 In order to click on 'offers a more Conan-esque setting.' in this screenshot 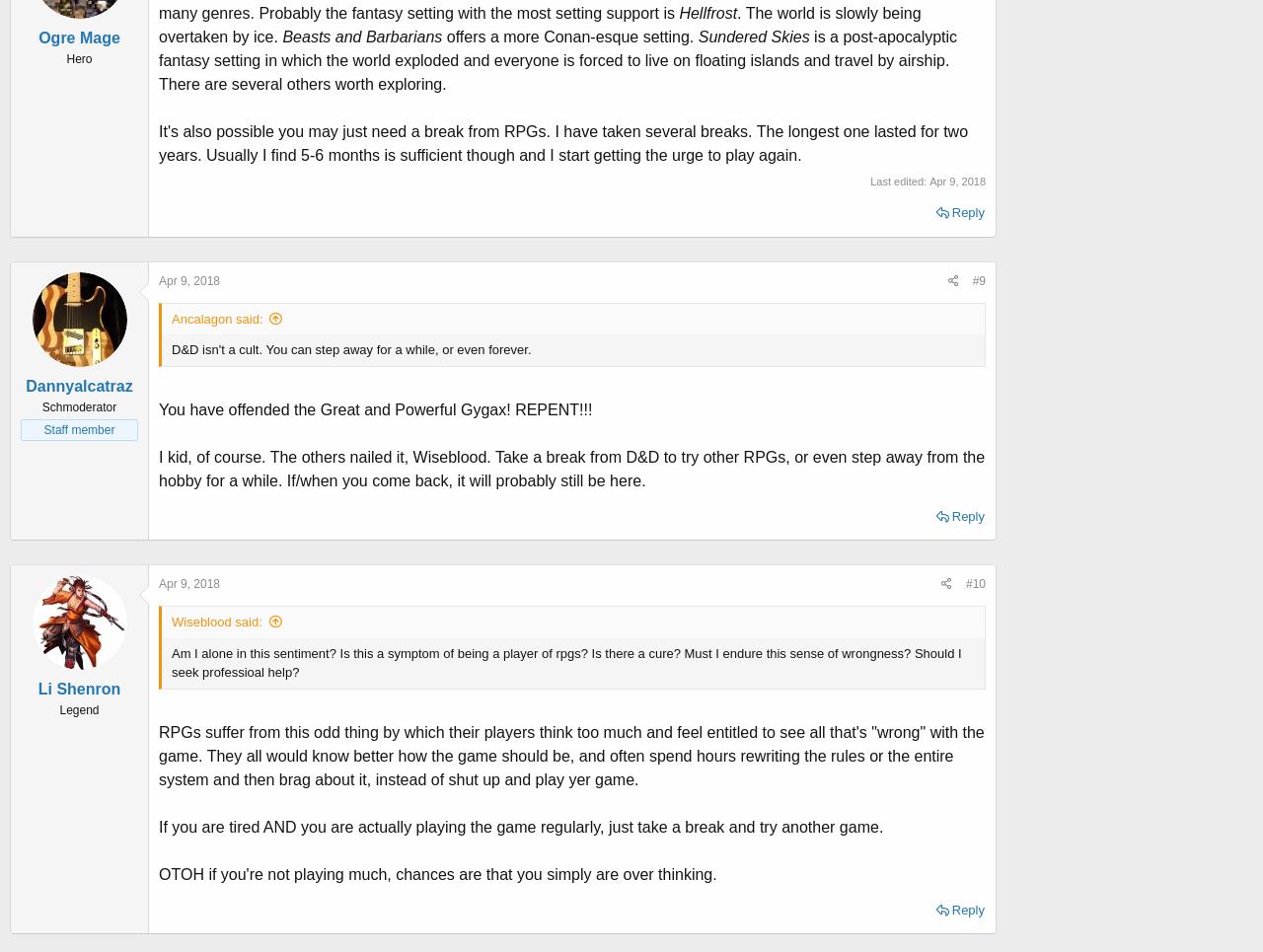, I will do `click(570, 36)`.